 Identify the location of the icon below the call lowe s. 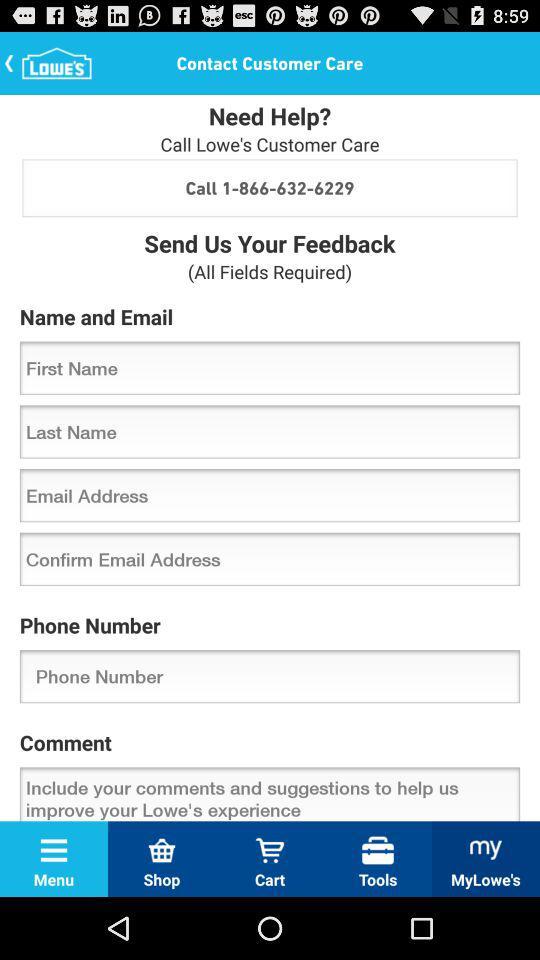
(270, 187).